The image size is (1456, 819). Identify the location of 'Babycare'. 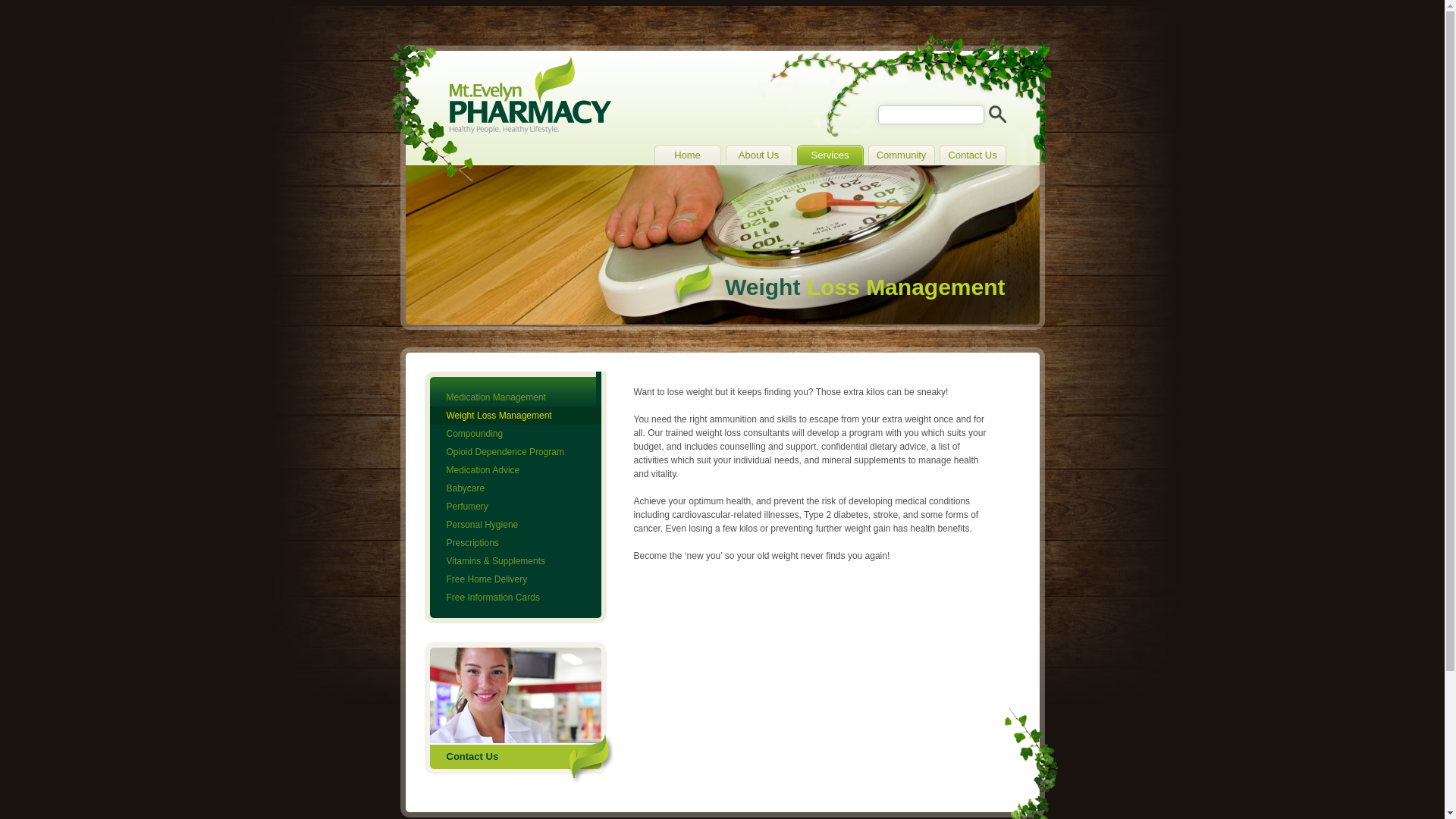
(514, 488).